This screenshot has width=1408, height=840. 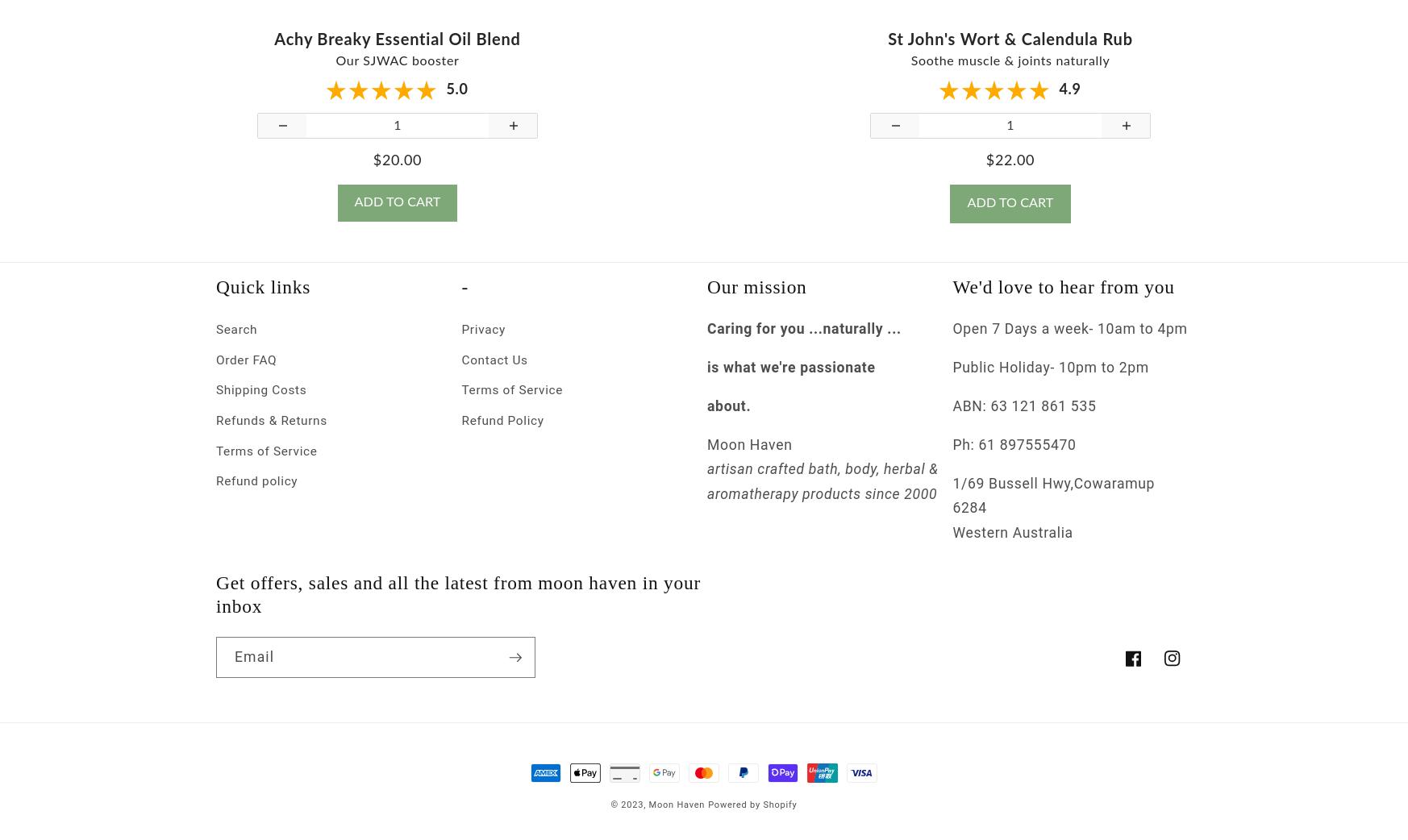 I want to click on 'Public Holiday- 10pm to 2pm', so click(x=1049, y=380).